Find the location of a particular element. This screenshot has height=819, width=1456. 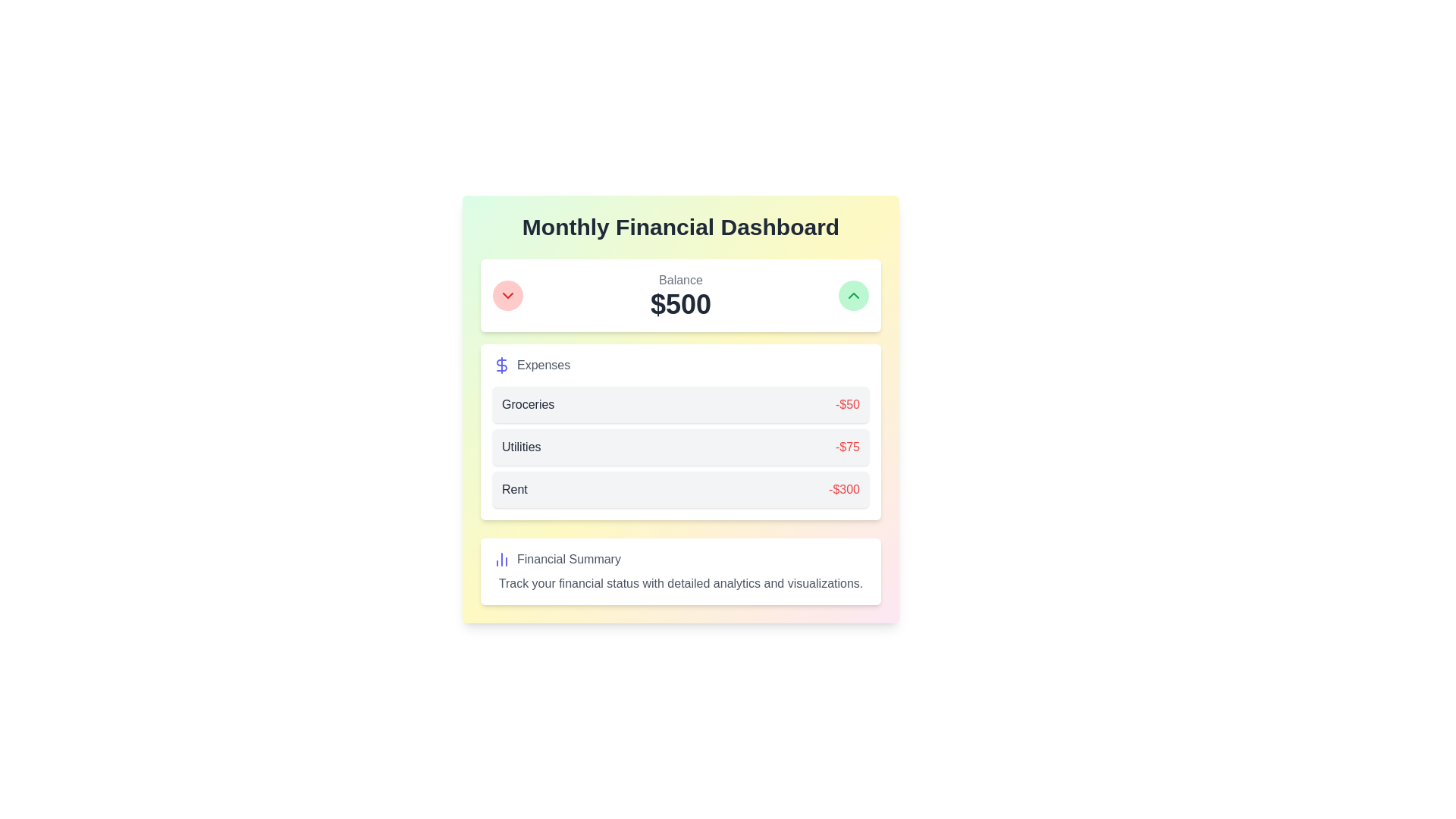

the individual expense items within the third expense breakdown card located below the 'Balance' card, which categorizes costs for 'Groceries', 'Utilities', and 'Rent' is located at coordinates (679, 432).